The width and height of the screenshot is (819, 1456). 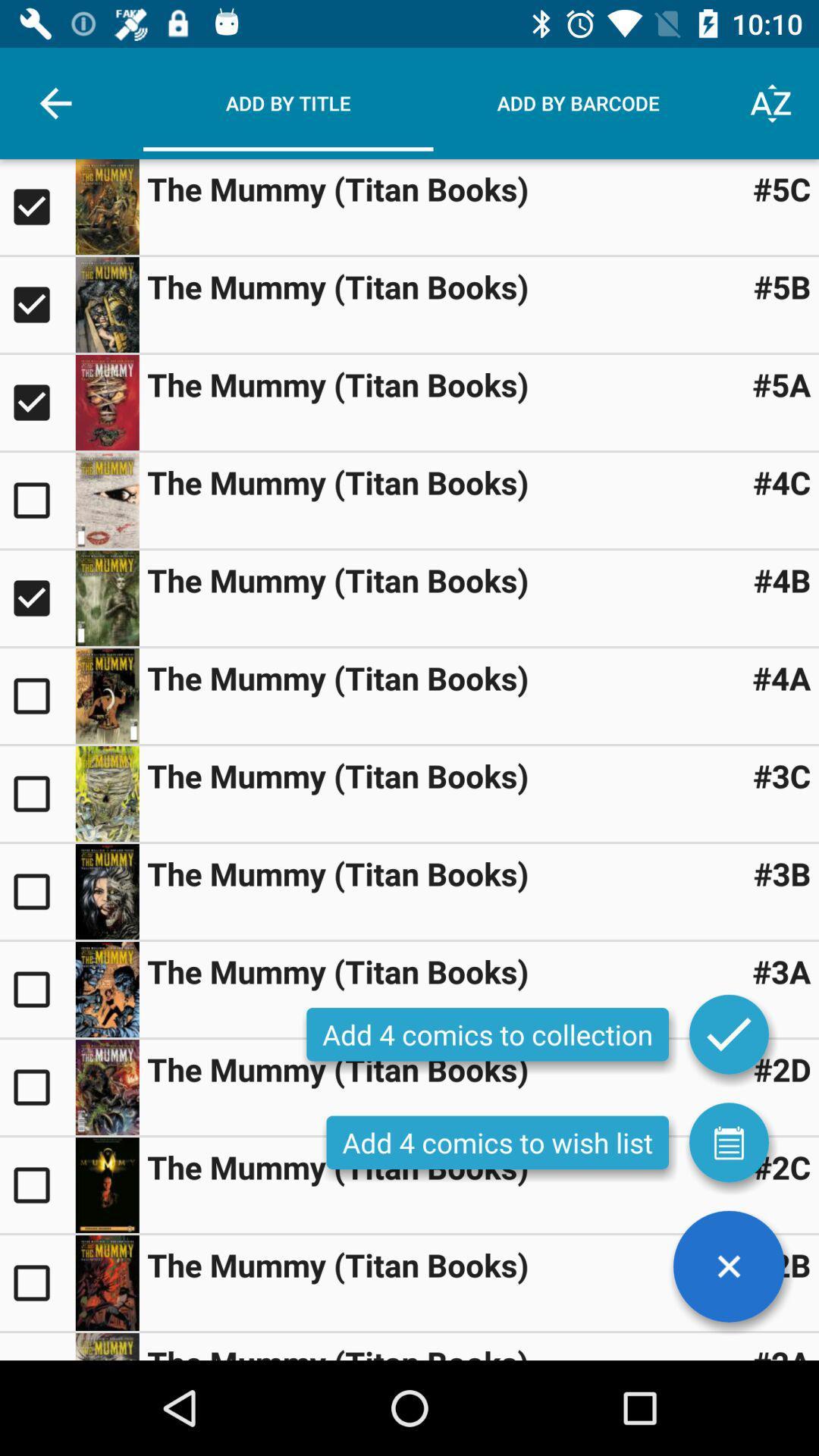 I want to click on book image, so click(x=106, y=206).